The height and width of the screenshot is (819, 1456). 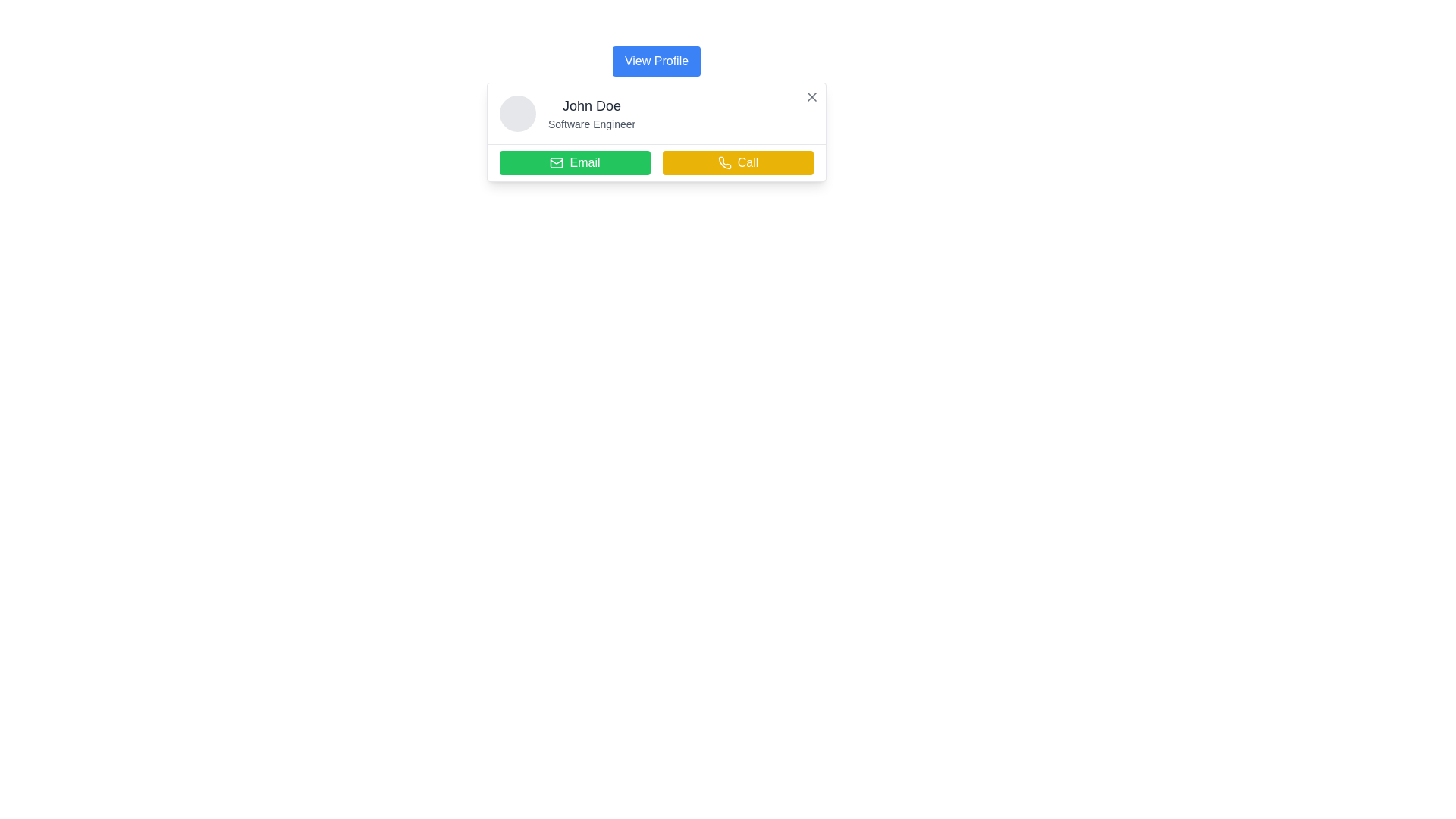 I want to click on the email icon which is centrally aligned within the green button labeled 'Email', located to the left of the yellow 'Call' button at the bottom section of the user profile card, so click(x=556, y=163).